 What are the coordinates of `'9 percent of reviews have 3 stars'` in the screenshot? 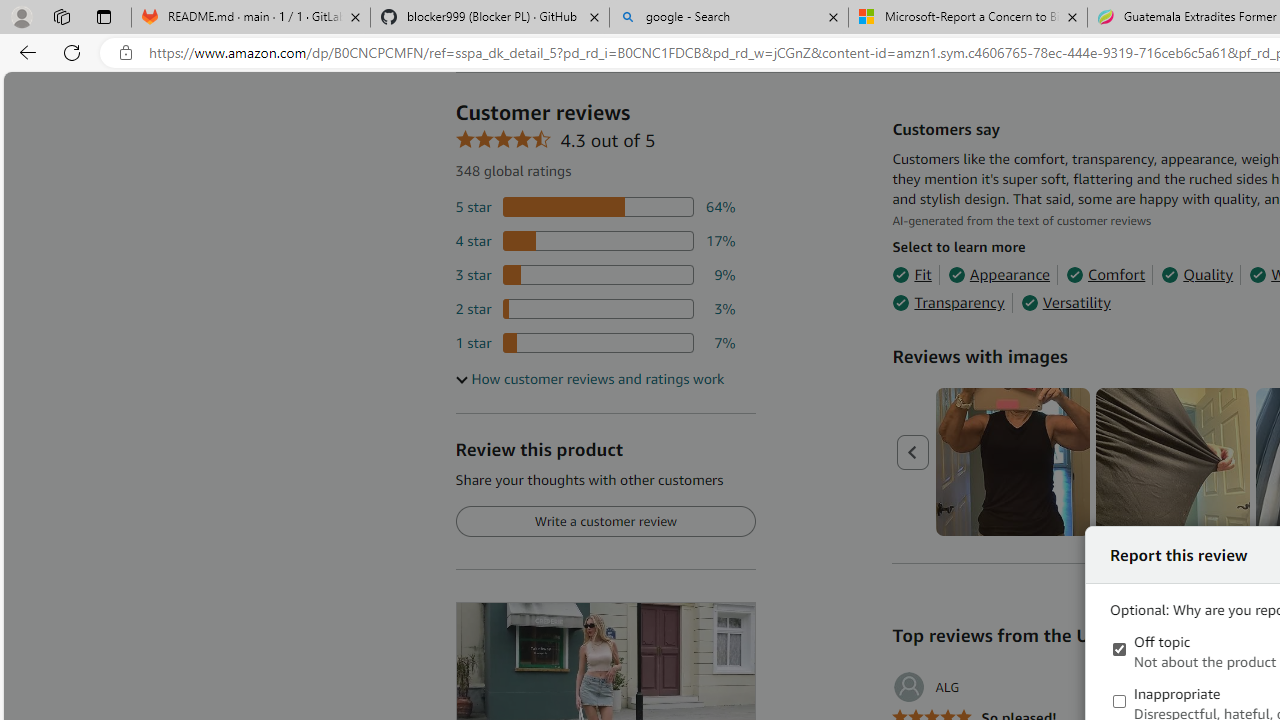 It's located at (594, 275).